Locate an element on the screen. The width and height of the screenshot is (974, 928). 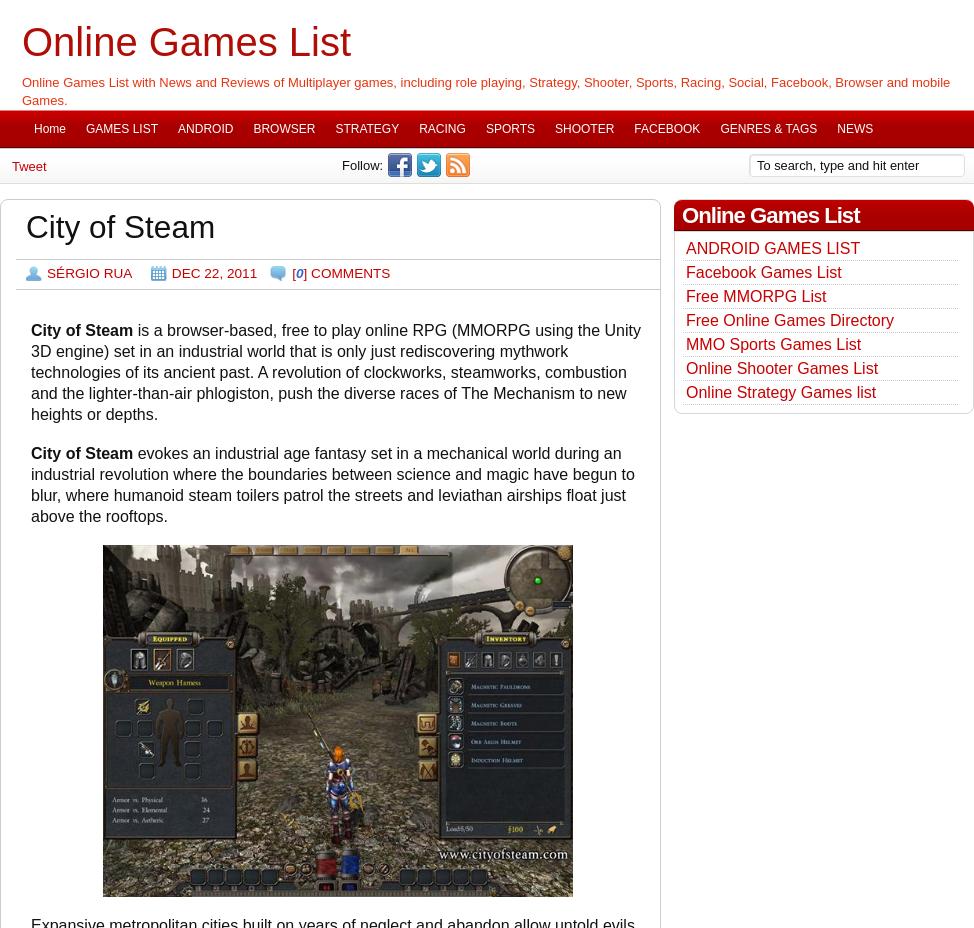
'BROWSER' is located at coordinates (283, 128).